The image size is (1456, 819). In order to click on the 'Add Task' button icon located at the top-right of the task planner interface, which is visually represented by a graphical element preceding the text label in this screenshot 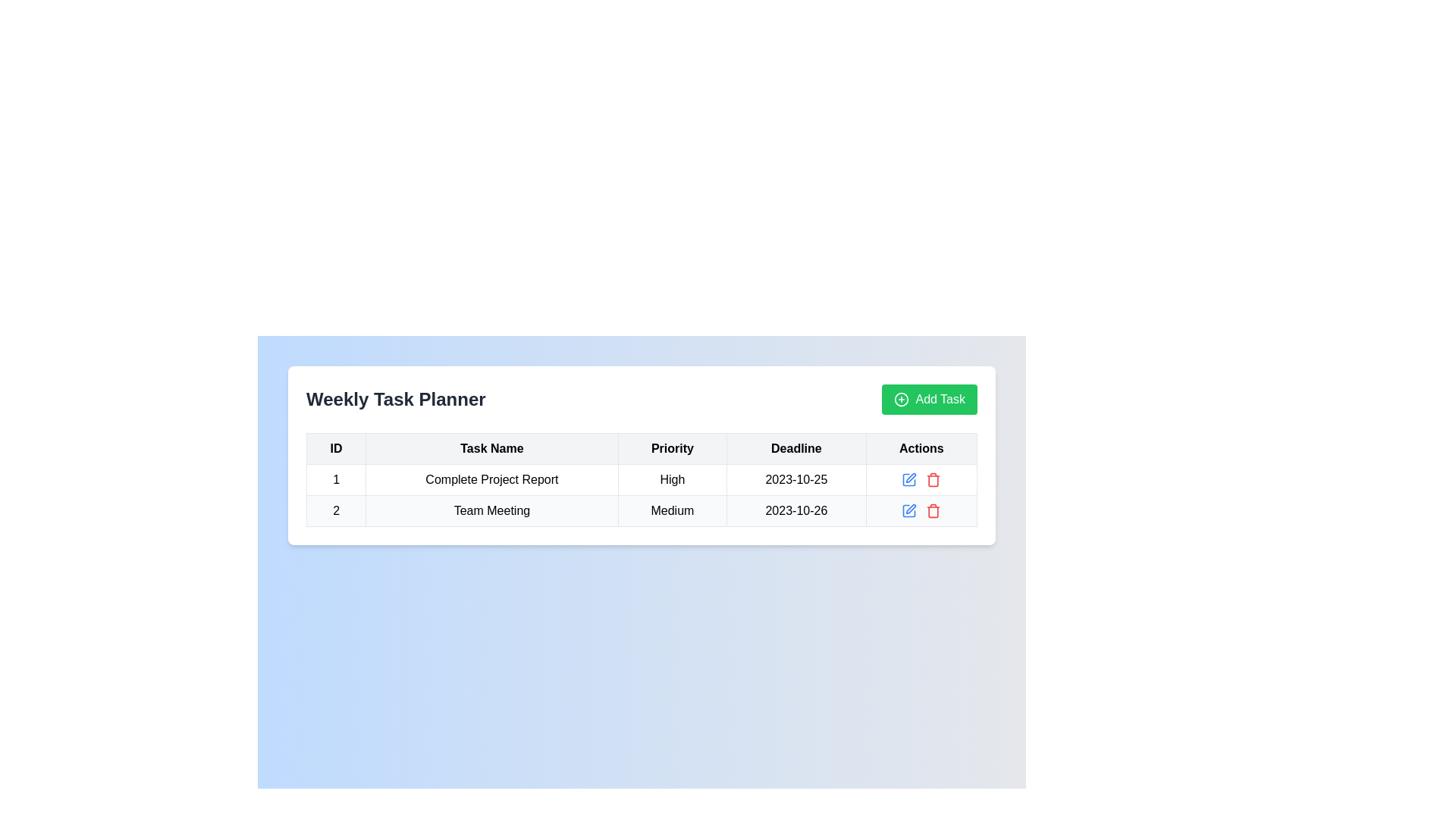, I will do `click(902, 399)`.